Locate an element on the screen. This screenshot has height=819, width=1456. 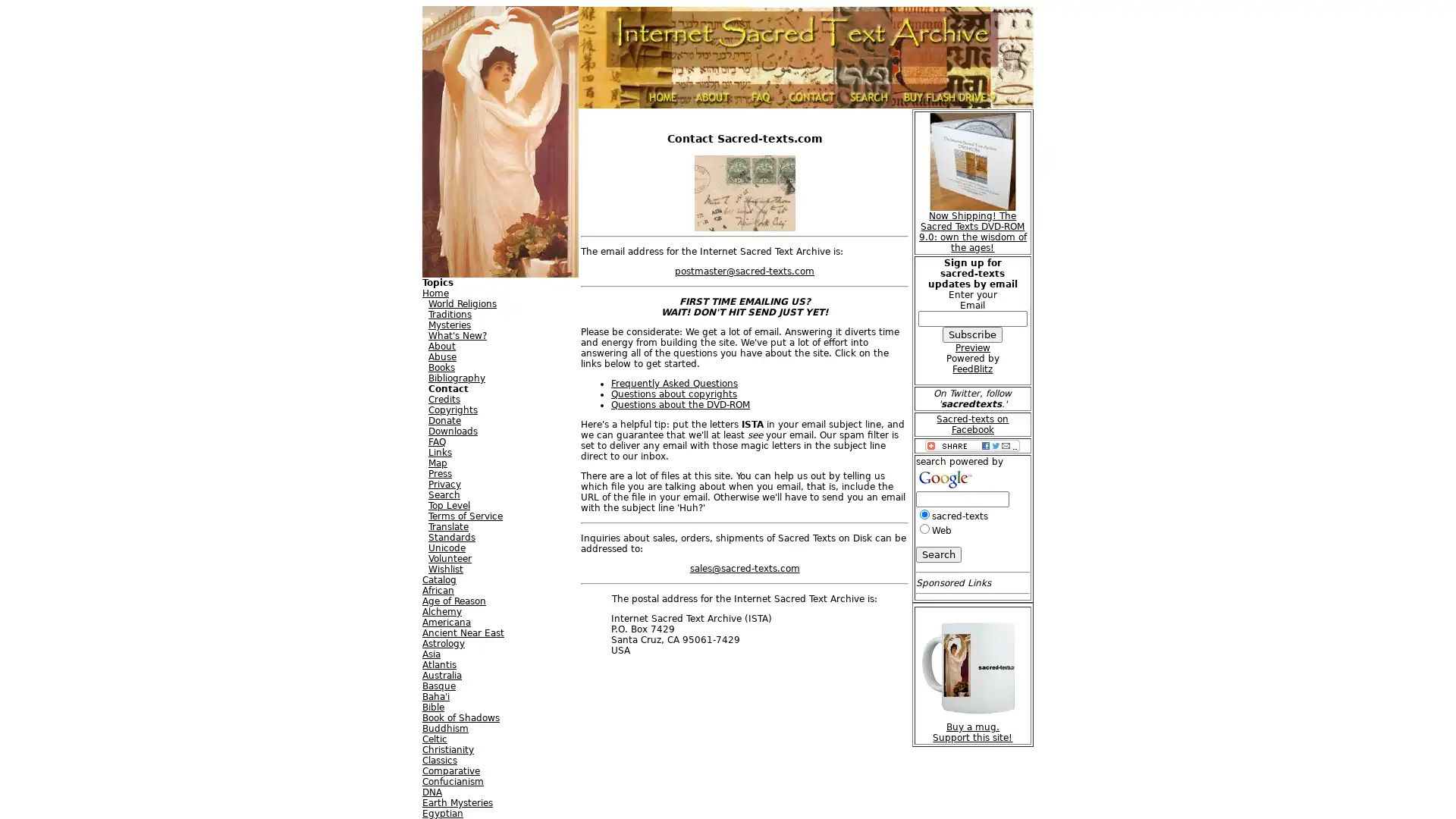
Search is located at coordinates (937, 554).